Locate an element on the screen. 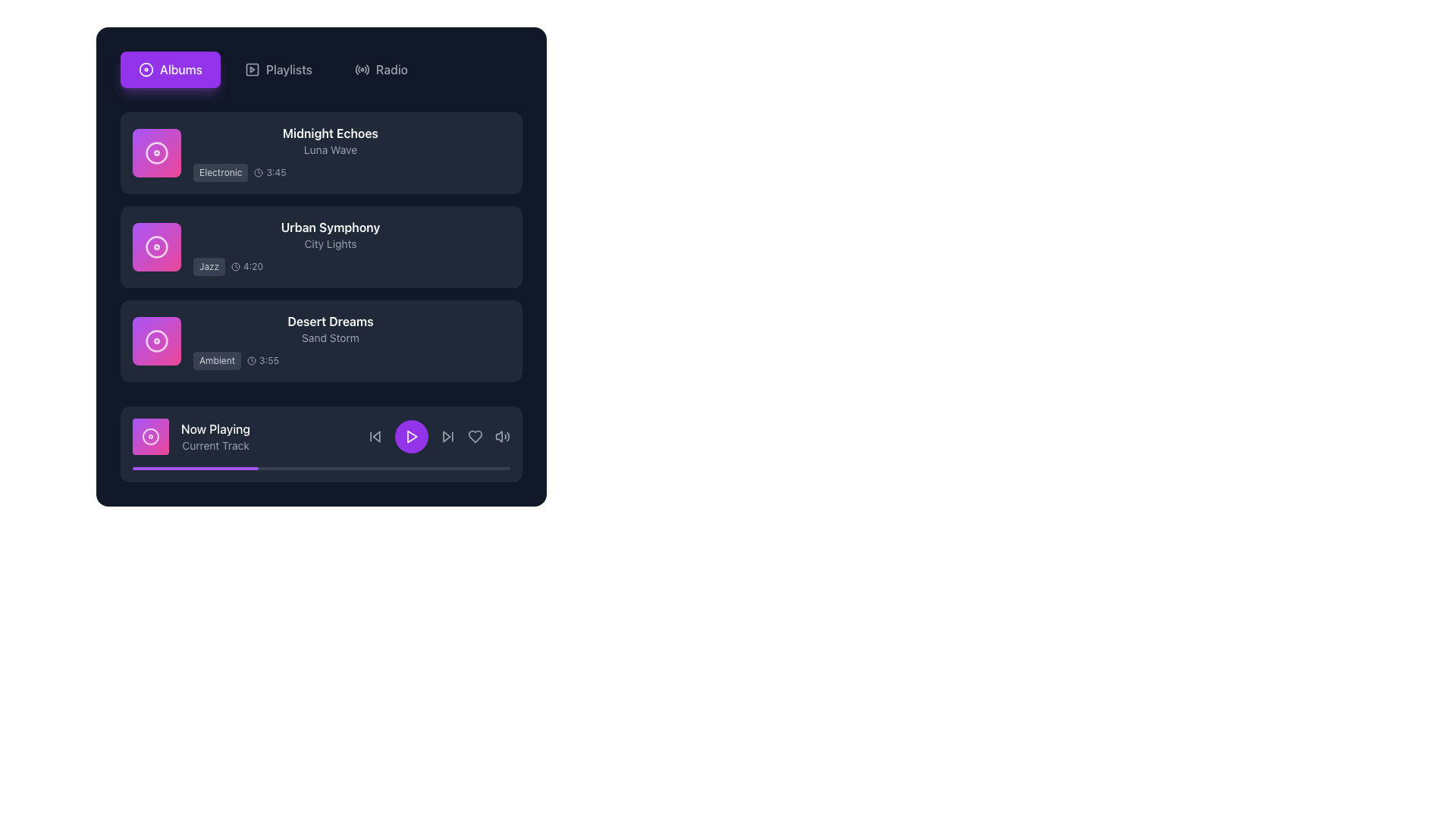 The image size is (1456, 819). the text showing the duration of the associated album or track located to the right of the label 'Electronic' under the album titled 'Midnight Echoes' is located at coordinates (270, 171).